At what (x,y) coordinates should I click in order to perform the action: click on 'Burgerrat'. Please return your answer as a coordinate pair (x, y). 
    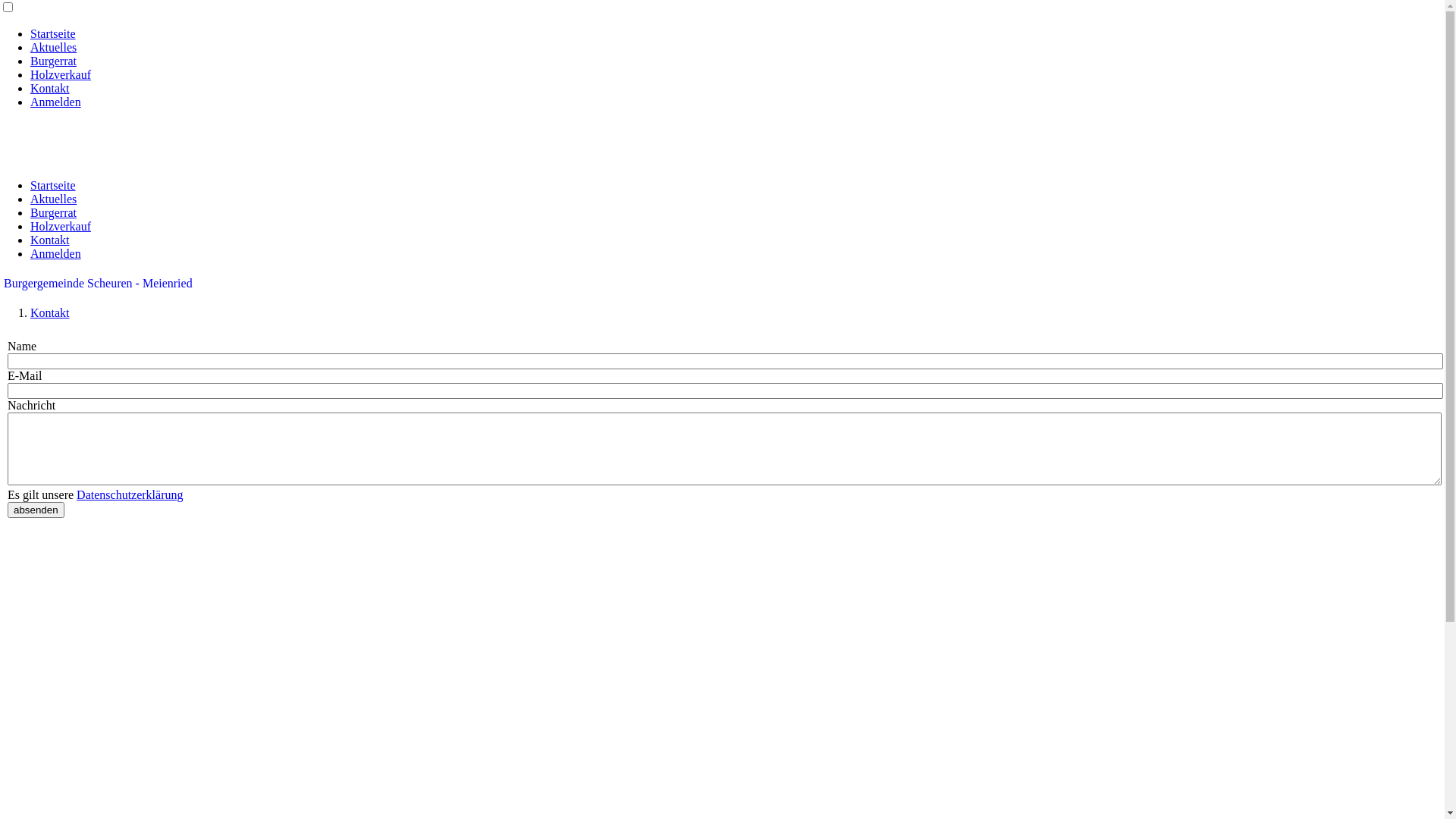
    Looking at the image, I should click on (53, 212).